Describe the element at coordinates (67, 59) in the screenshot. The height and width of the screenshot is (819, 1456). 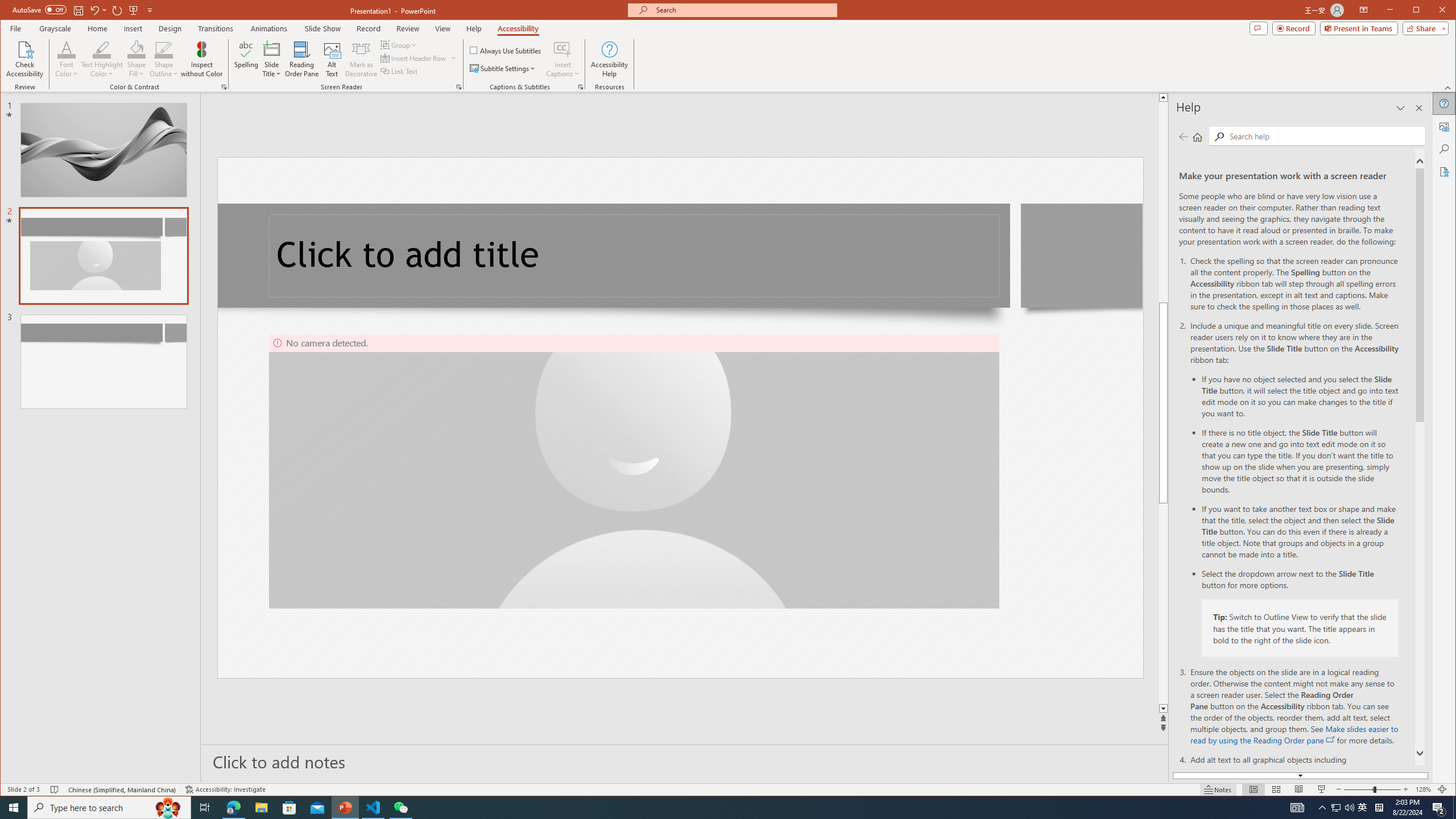
I see `'Font Color'` at that location.